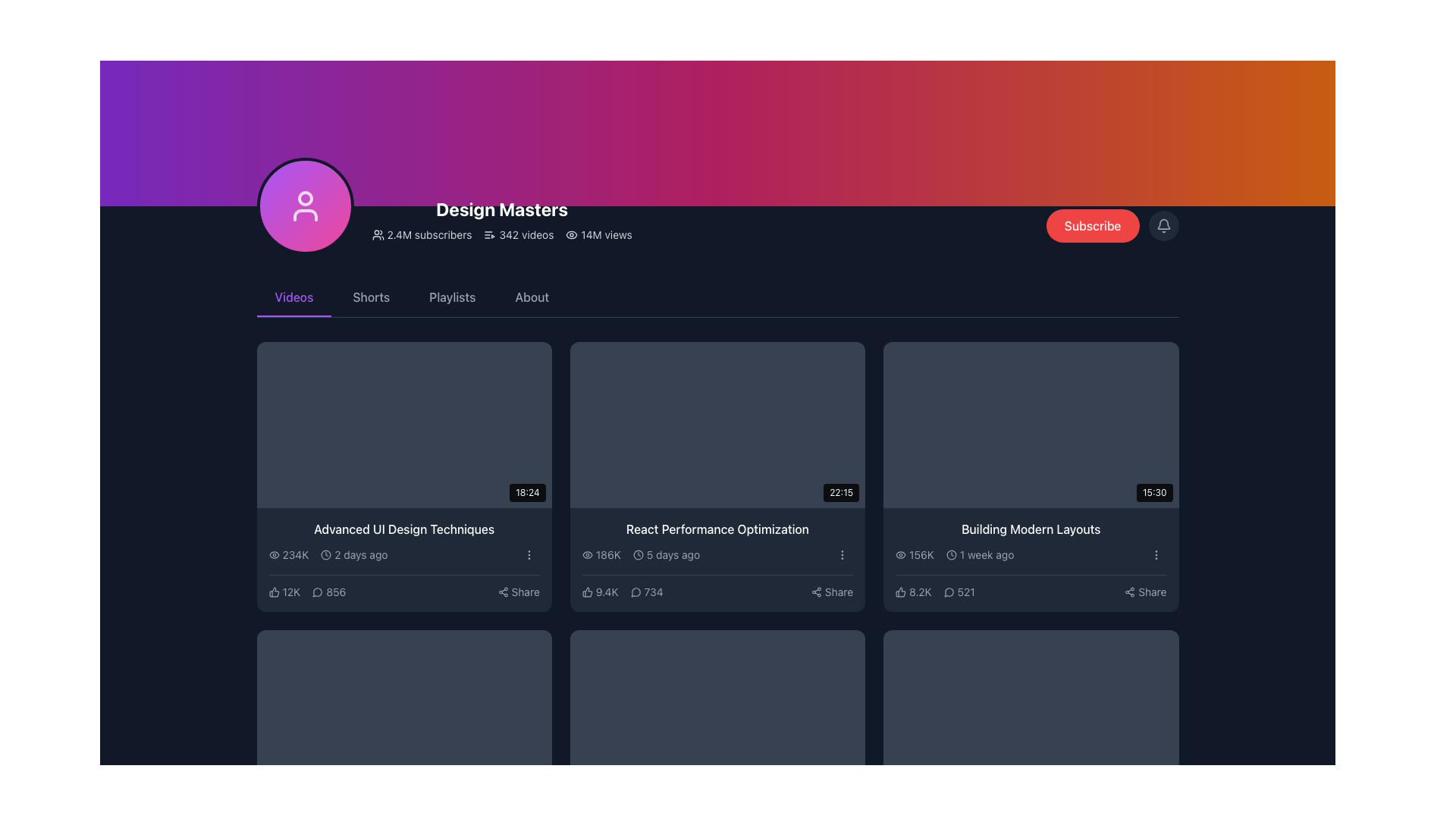 The image size is (1456, 819). Describe the element at coordinates (638, 555) in the screenshot. I see `the small clock icon located to the left of the text '5 days ago' within the 'React Performance Optimization' card` at that location.